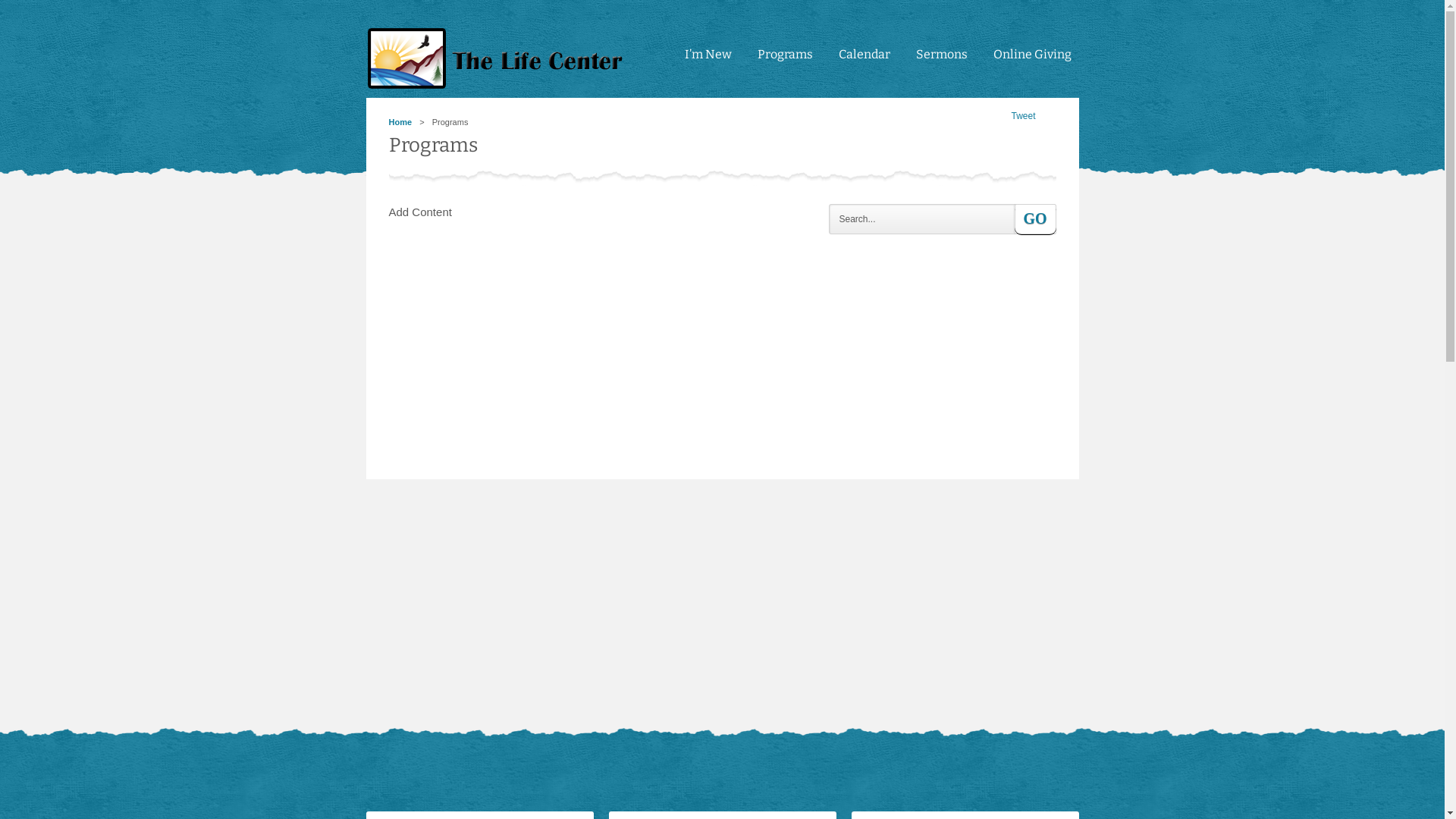 This screenshot has height=819, width=1456. Describe the element at coordinates (1031, 61) in the screenshot. I see `'Online Giving'` at that location.